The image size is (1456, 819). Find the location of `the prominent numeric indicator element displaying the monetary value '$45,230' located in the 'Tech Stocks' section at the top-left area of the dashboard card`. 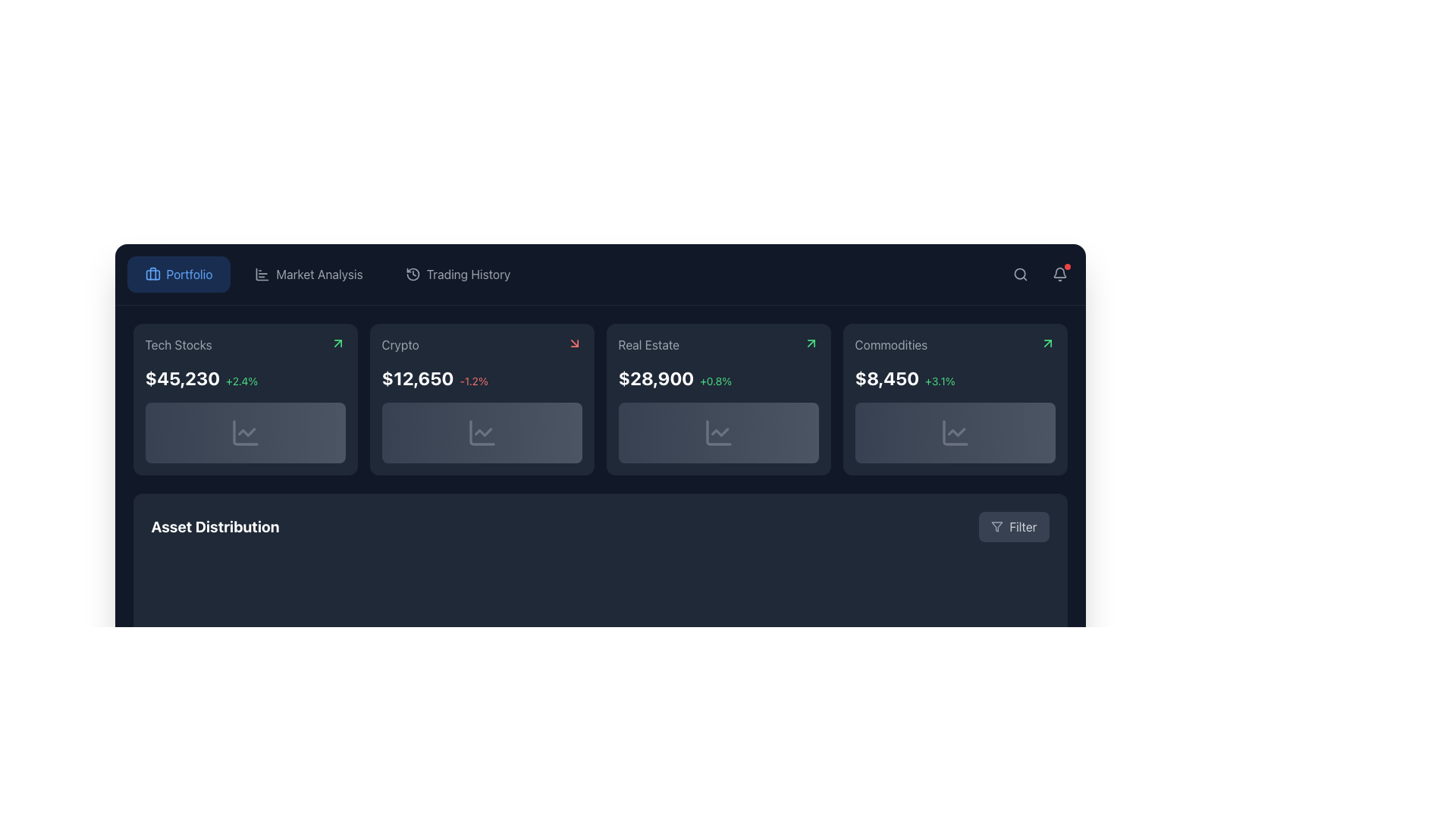

the prominent numeric indicator element displaying the monetary value '$45,230' located in the 'Tech Stocks' section at the top-left area of the dashboard card is located at coordinates (182, 377).